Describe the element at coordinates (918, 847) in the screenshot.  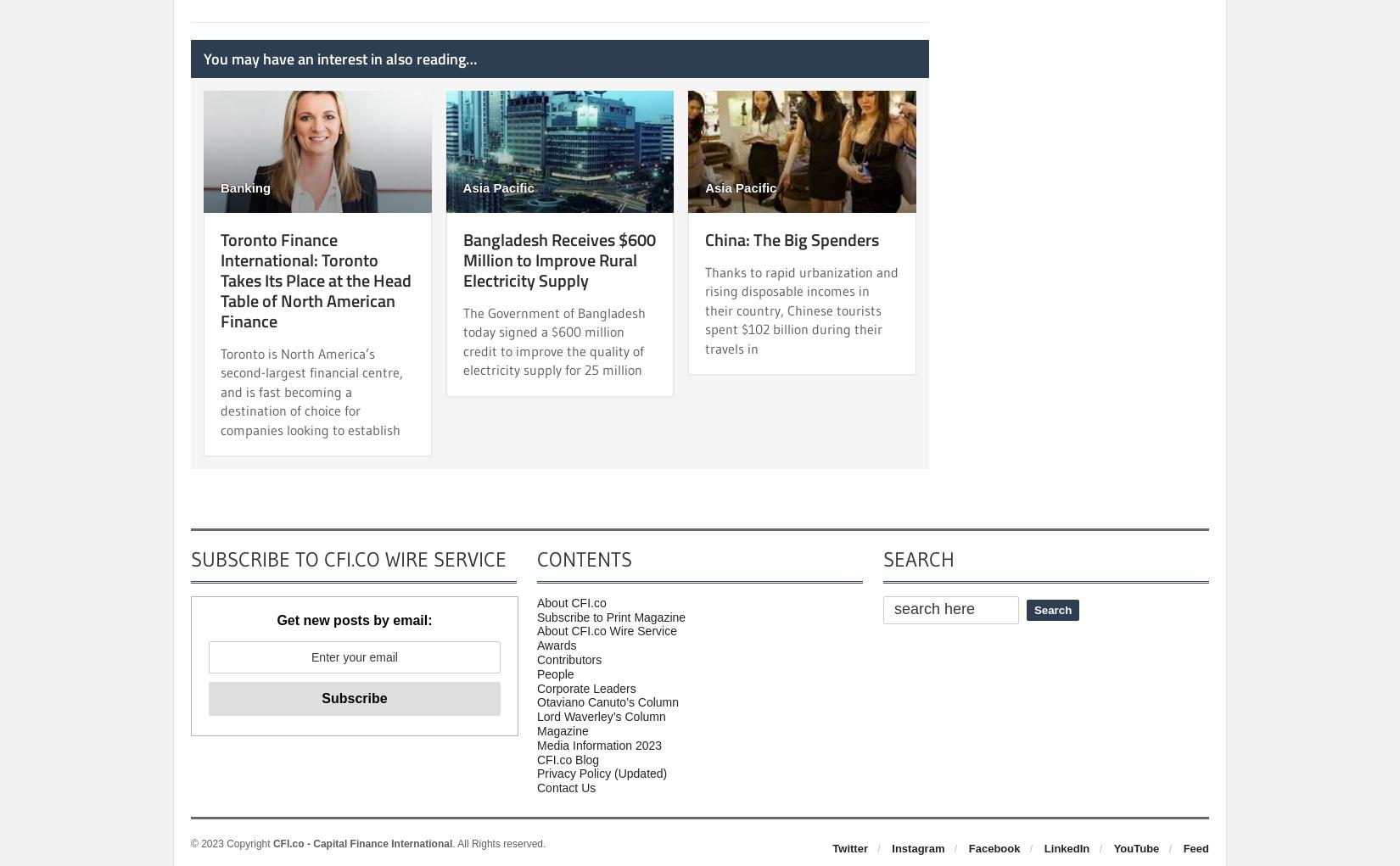
I see `'Instagram'` at that location.